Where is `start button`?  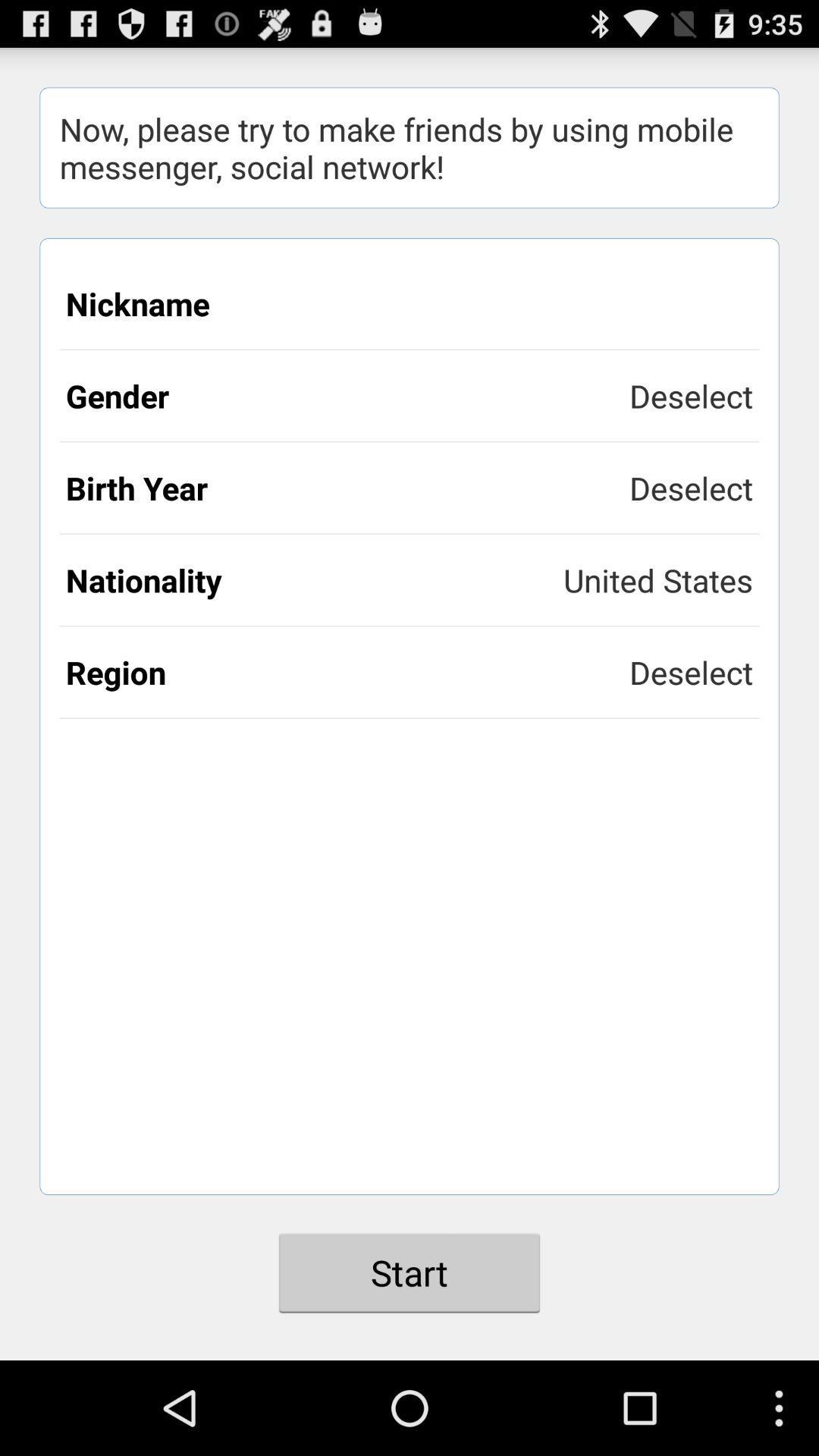 start button is located at coordinates (409, 1272).